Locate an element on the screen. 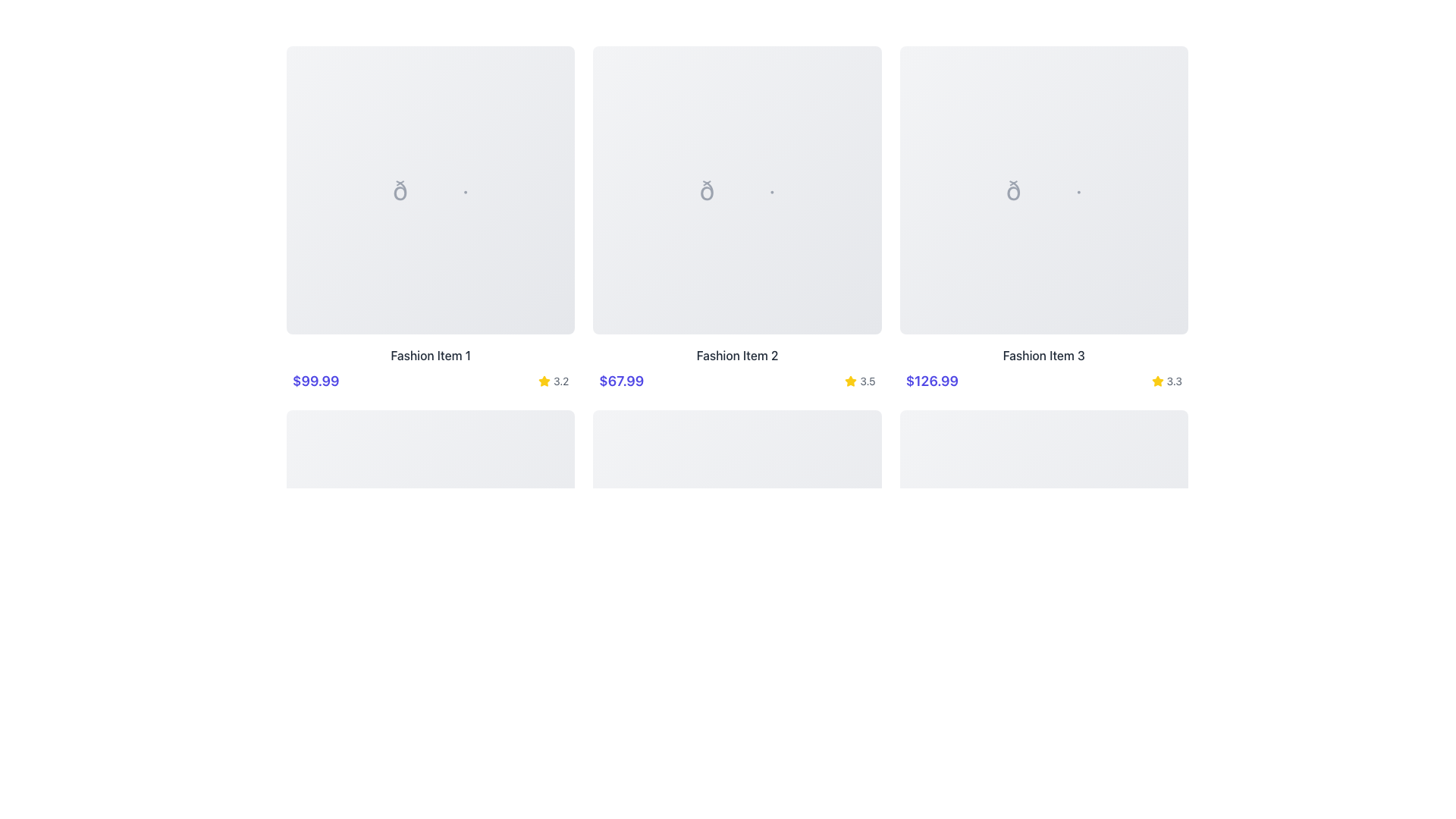 The image size is (1456, 819). the price label displaying the price for 'Fashion Item 3', which is located at the bottom of the third column in a horizontal layout of items is located at coordinates (931, 381).